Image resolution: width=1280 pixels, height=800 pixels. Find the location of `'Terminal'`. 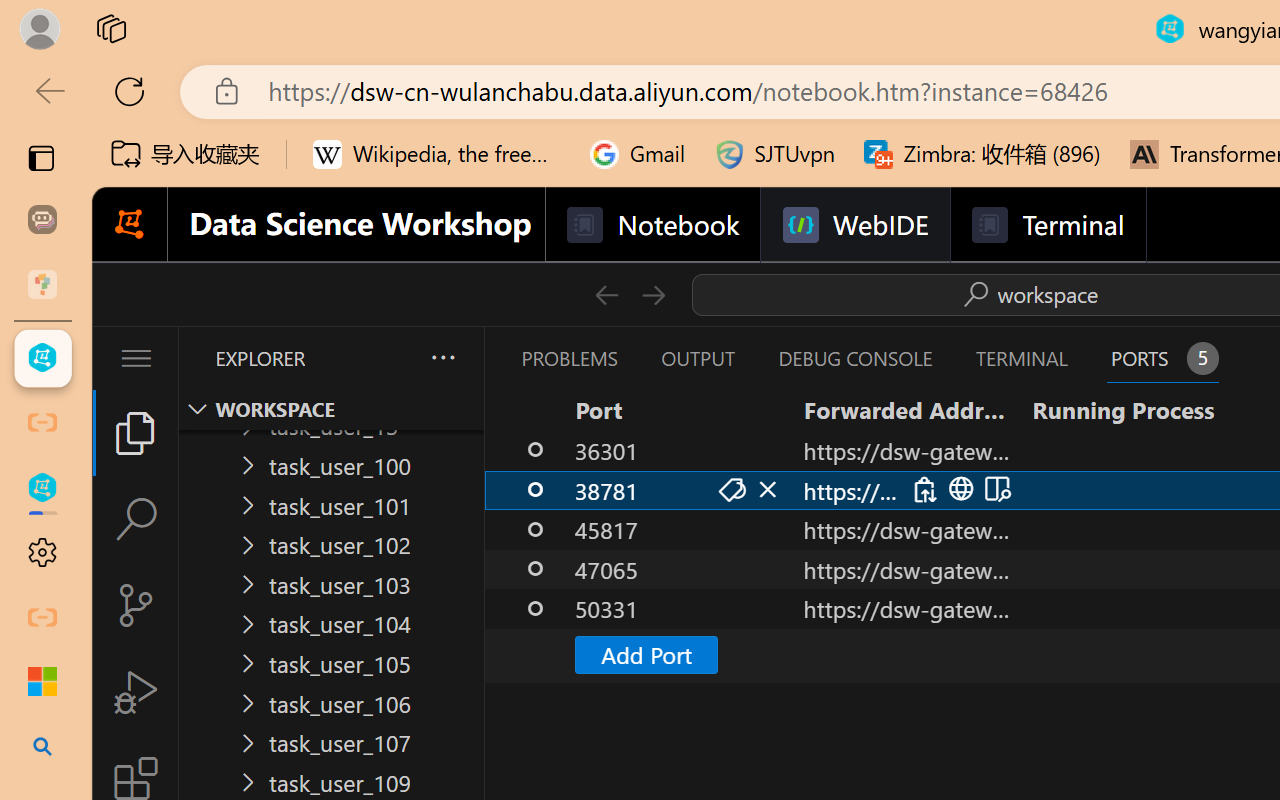

'Terminal' is located at coordinates (1046, 225).